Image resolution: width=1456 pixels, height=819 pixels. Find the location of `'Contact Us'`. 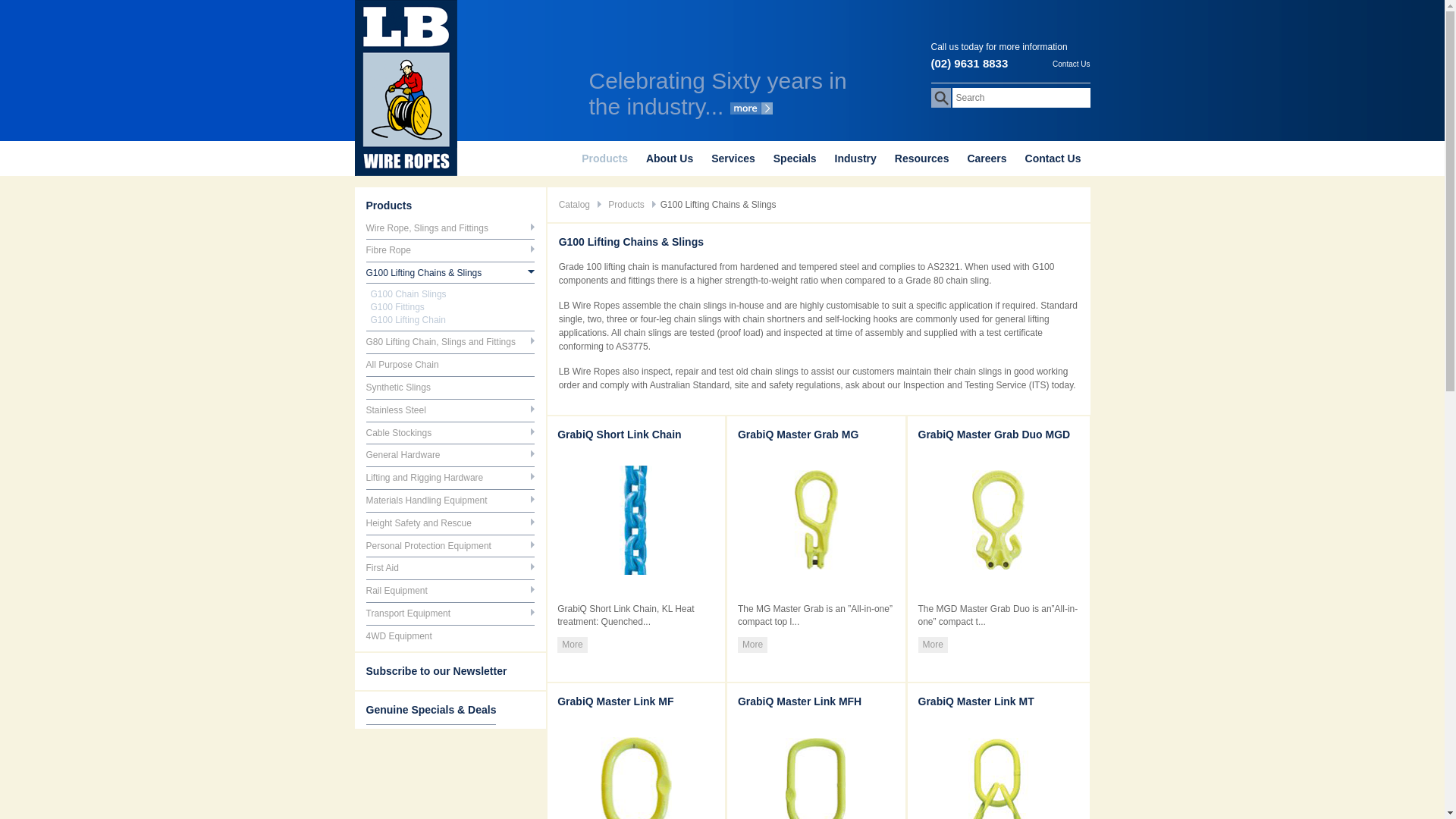

'Contact Us' is located at coordinates (1070, 61).